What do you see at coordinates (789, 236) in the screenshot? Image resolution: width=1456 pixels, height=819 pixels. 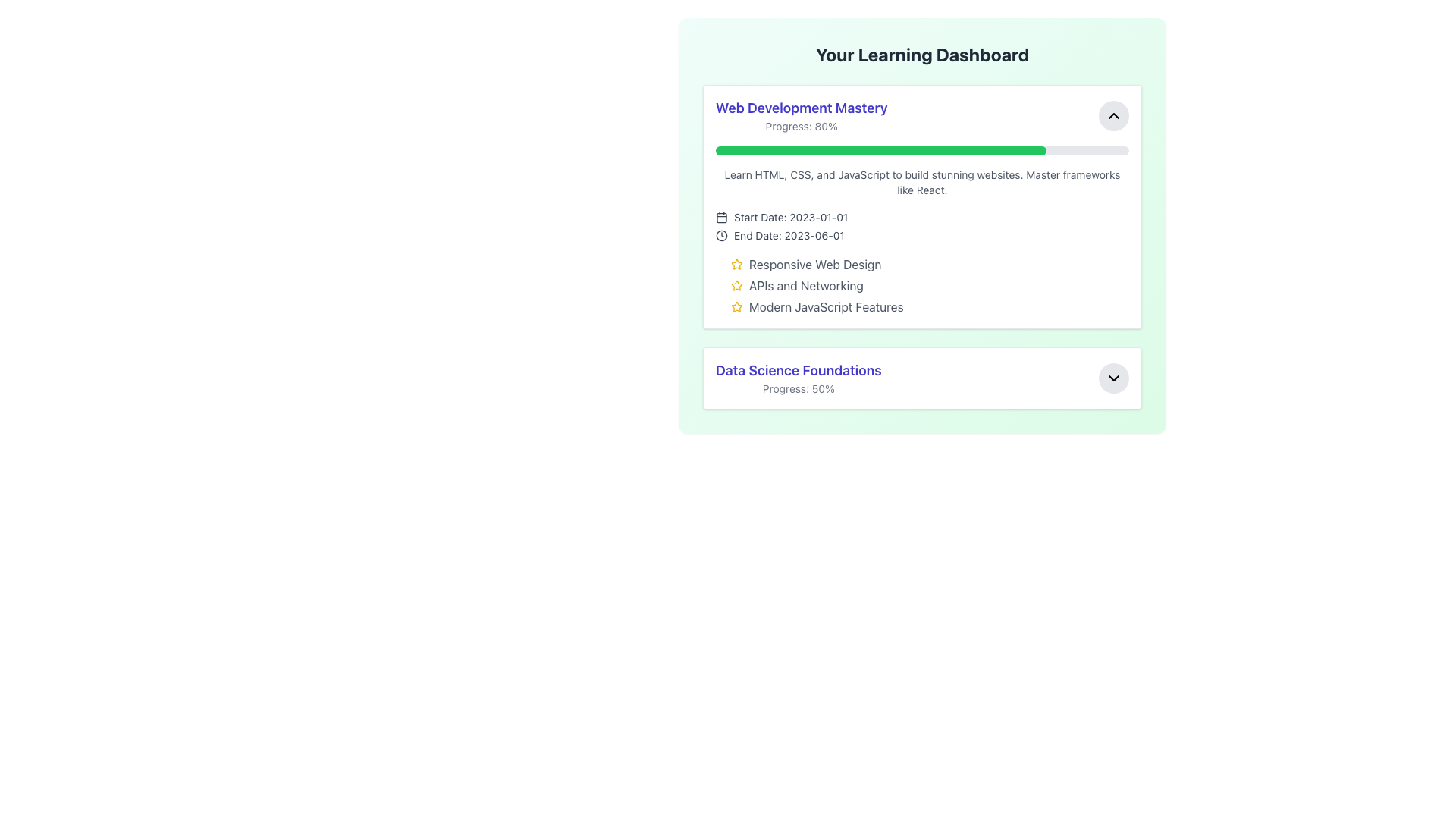 I see `the non-interactive text label indicating the end date of the course in the 'Web Development Mastery' section of the learning dashboard` at bounding box center [789, 236].